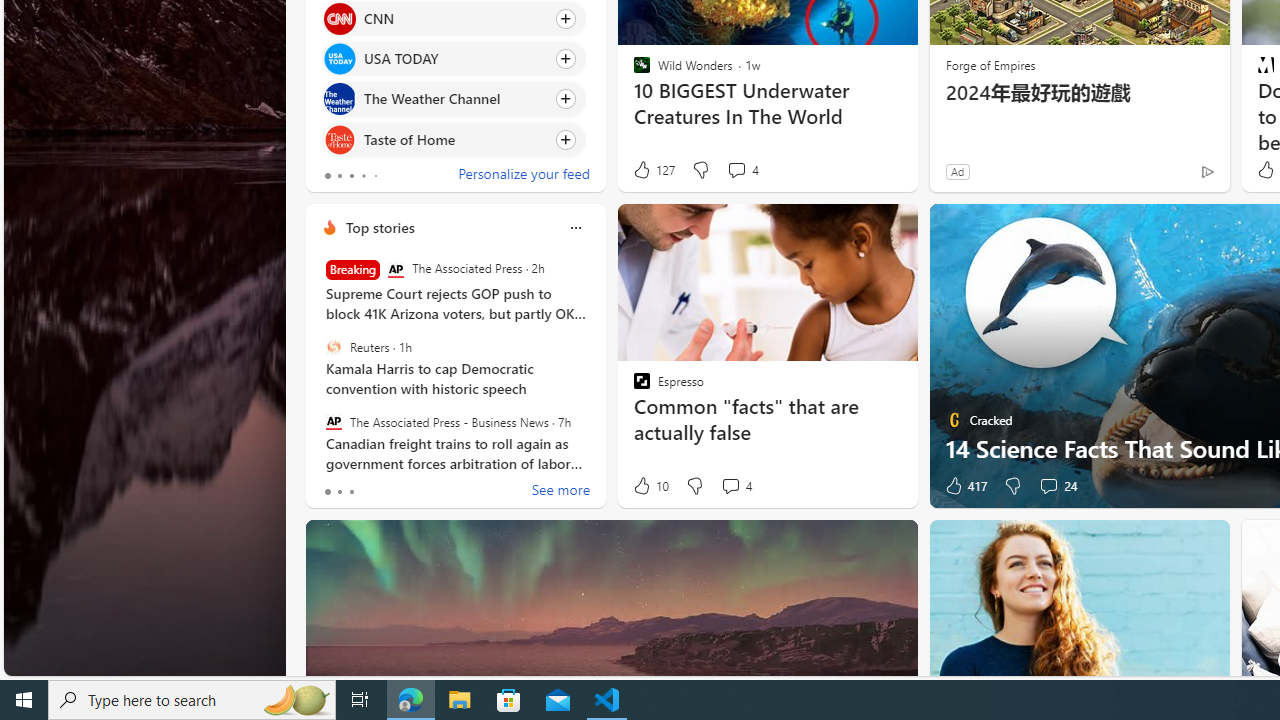 The height and width of the screenshot is (720, 1280). What do you see at coordinates (653, 169) in the screenshot?
I see `'127 Like'` at bounding box center [653, 169].